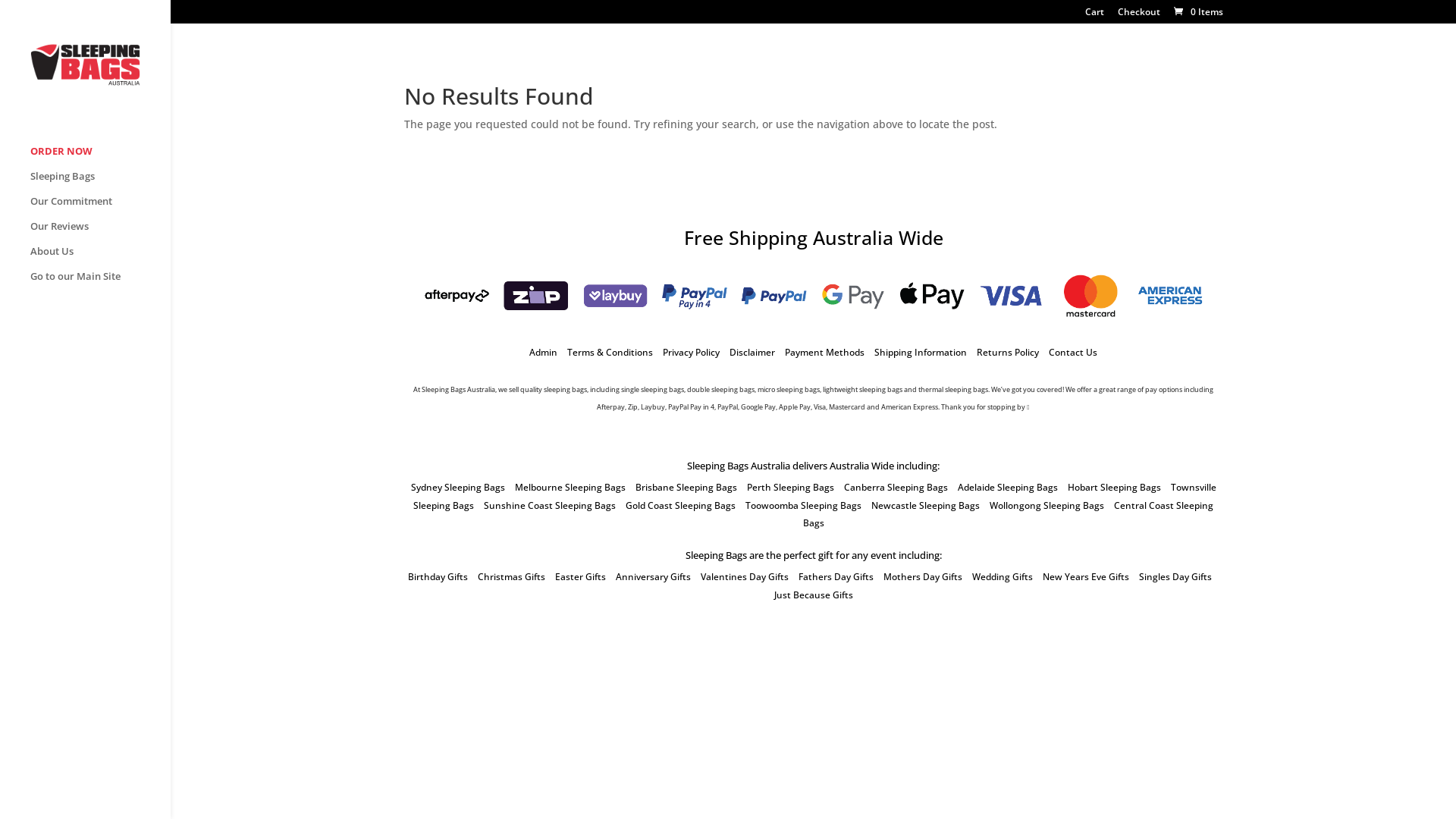  I want to click on 'Valentines Day Gifts', so click(745, 576).